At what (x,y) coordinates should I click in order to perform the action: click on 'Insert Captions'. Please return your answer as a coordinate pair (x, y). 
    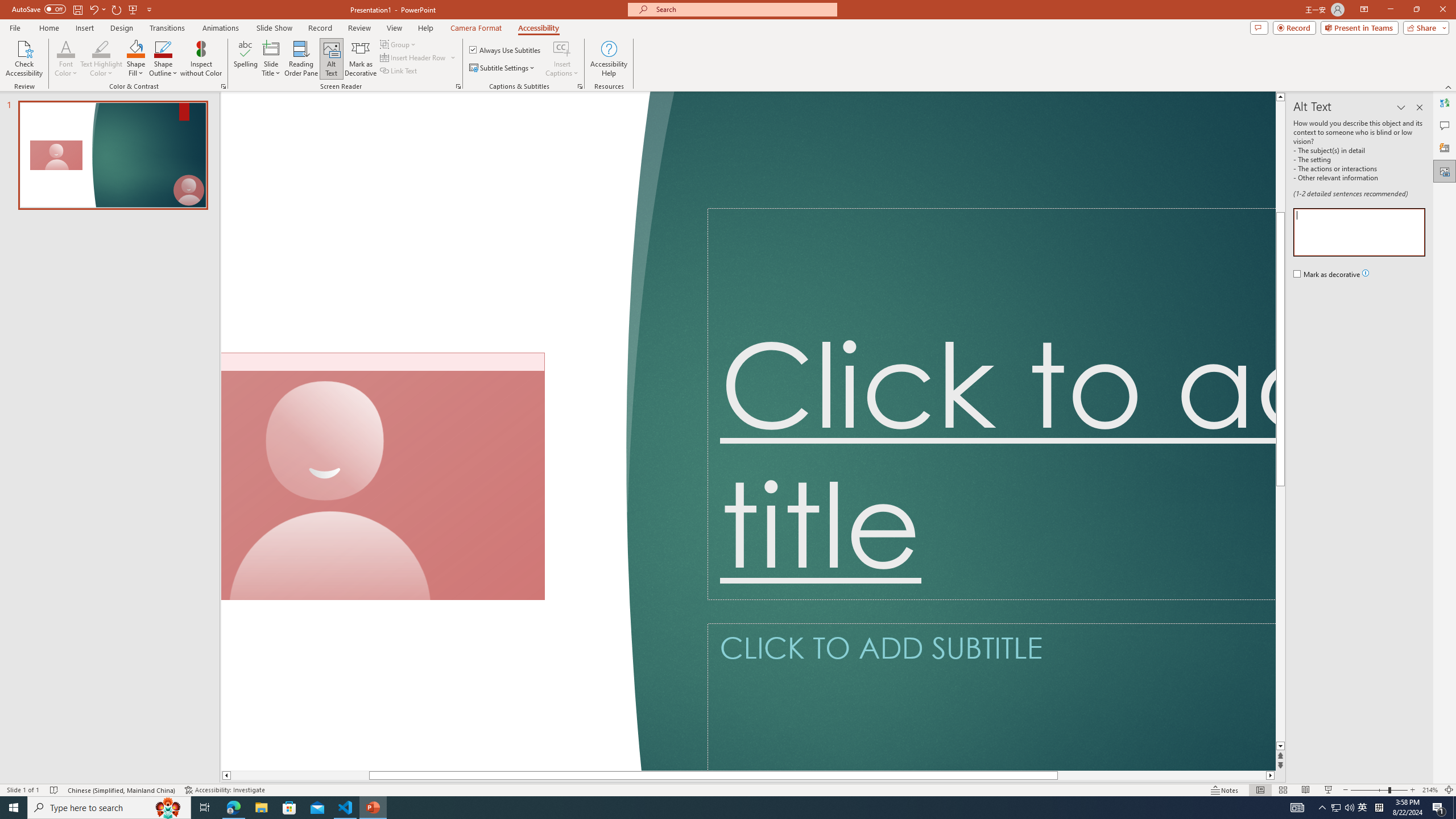
    Looking at the image, I should click on (561, 59).